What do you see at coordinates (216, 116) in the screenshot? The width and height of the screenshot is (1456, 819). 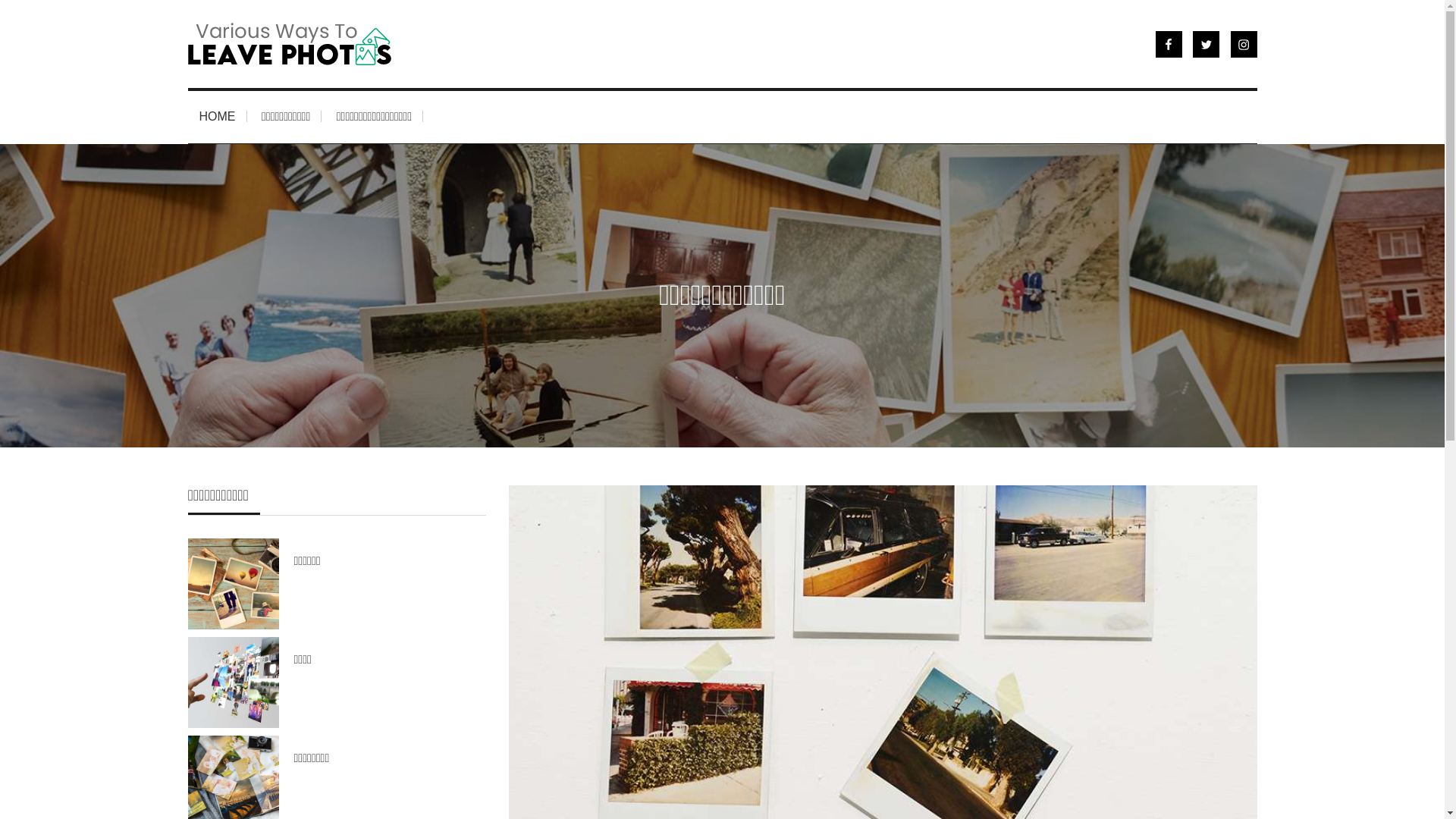 I see `'HOME'` at bounding box center [216, 116].